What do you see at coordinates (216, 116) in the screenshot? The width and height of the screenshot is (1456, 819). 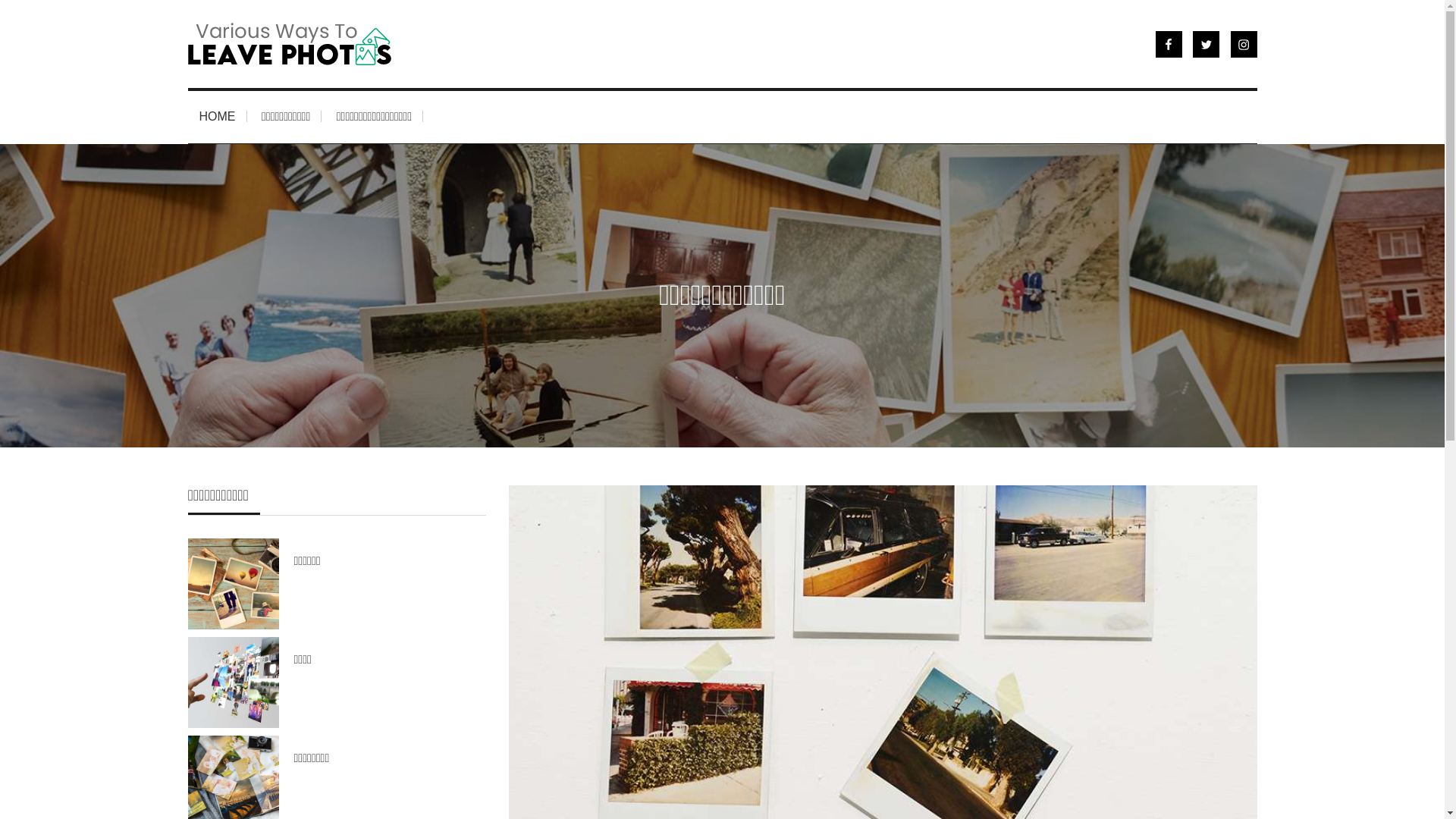 I see `'HOME'` at bounding box center [216, 116].